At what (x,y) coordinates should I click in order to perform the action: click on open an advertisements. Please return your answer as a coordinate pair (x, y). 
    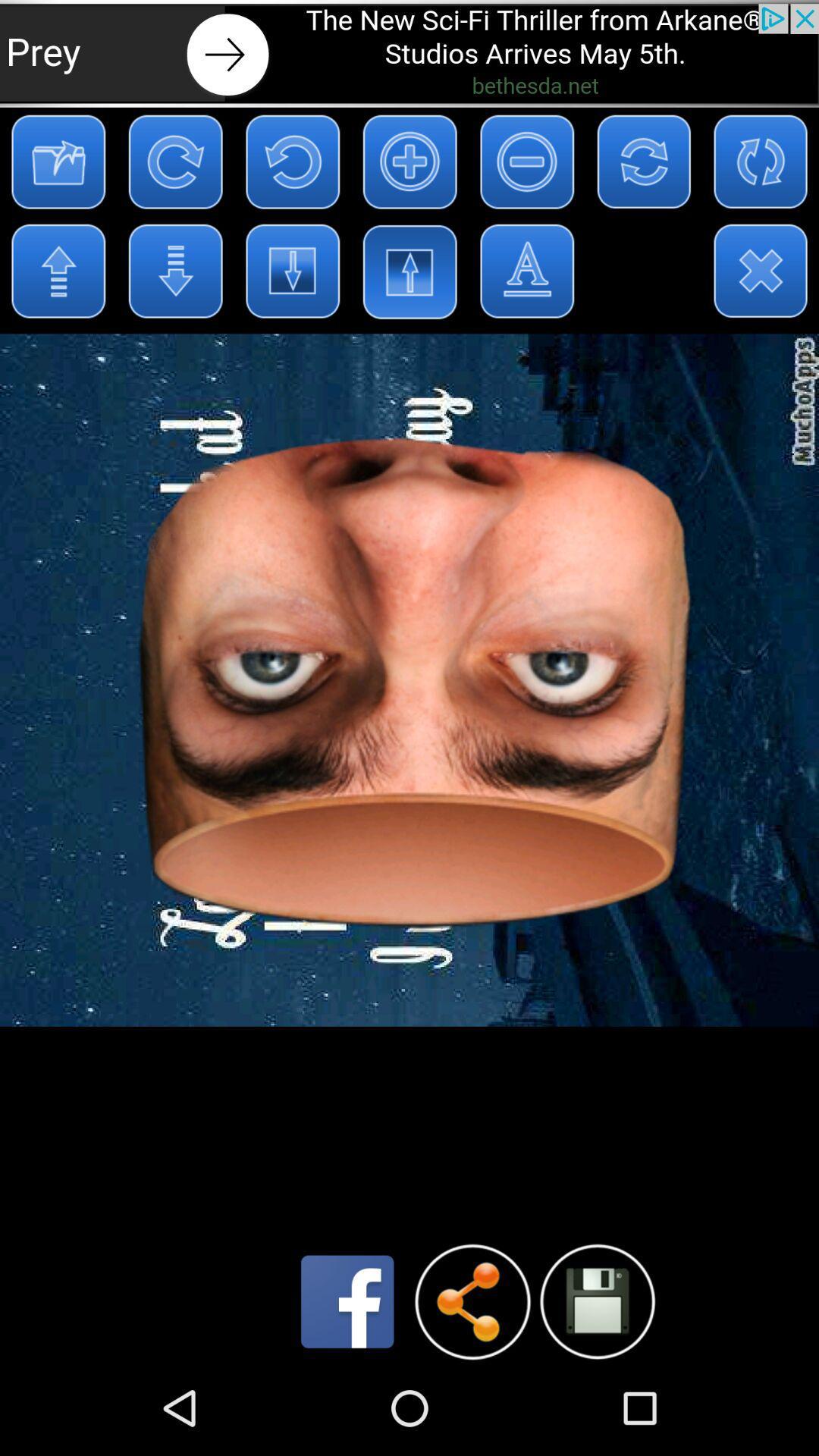
    Looking at the image, I should click on (409, 53).